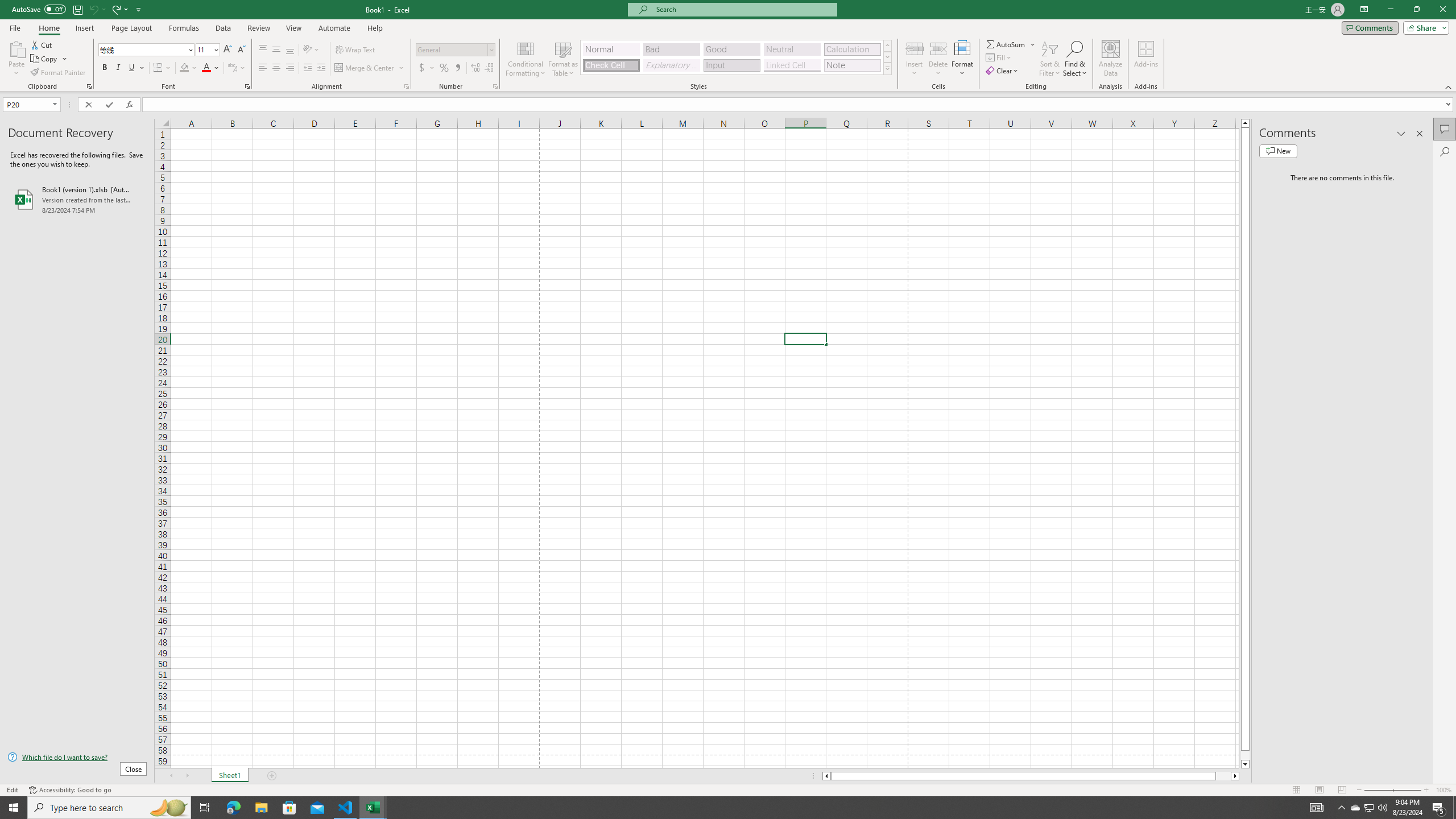 Image resolution: width=1456 pixels, height=819 pixels. I want to click on 'Scroll Right', so click(186, 775).